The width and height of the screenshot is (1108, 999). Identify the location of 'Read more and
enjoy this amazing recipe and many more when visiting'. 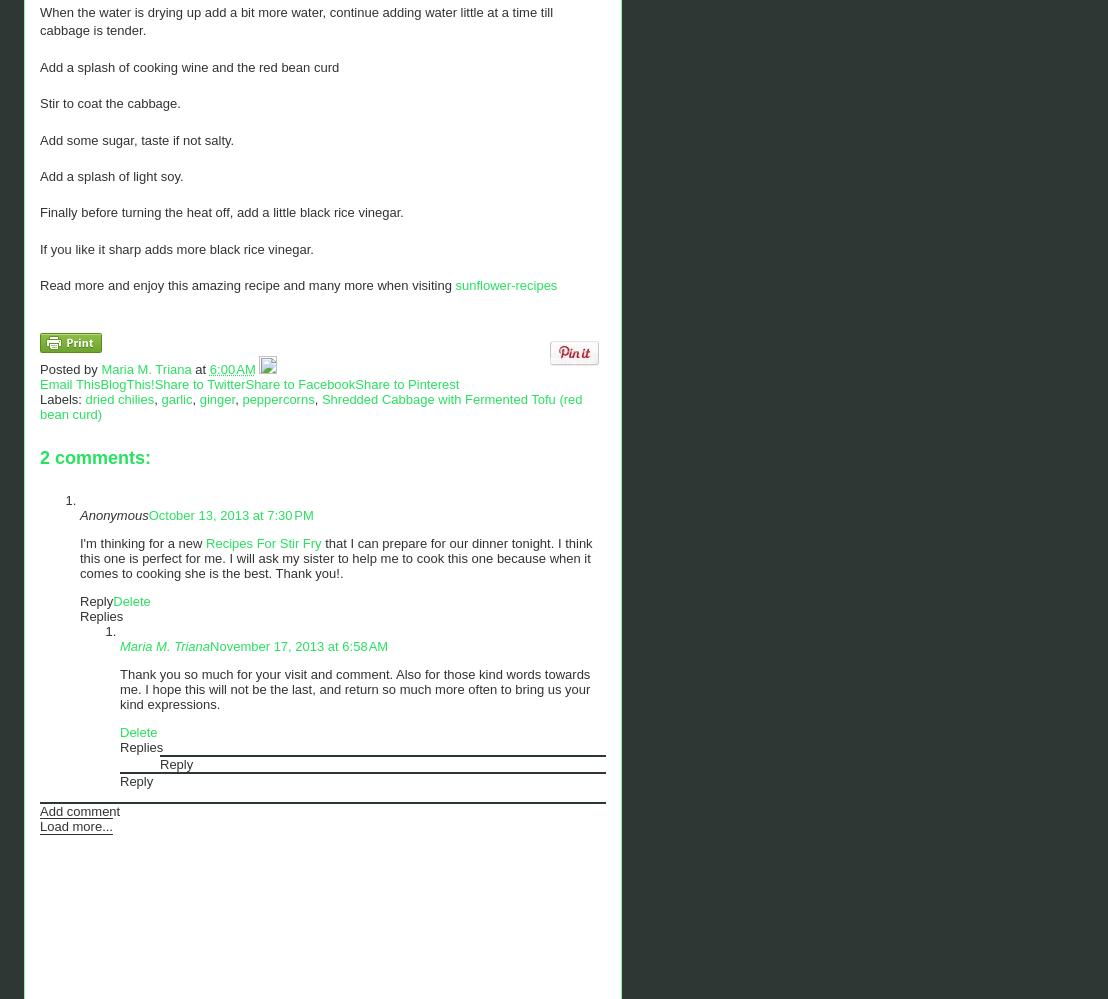
(39, 284).